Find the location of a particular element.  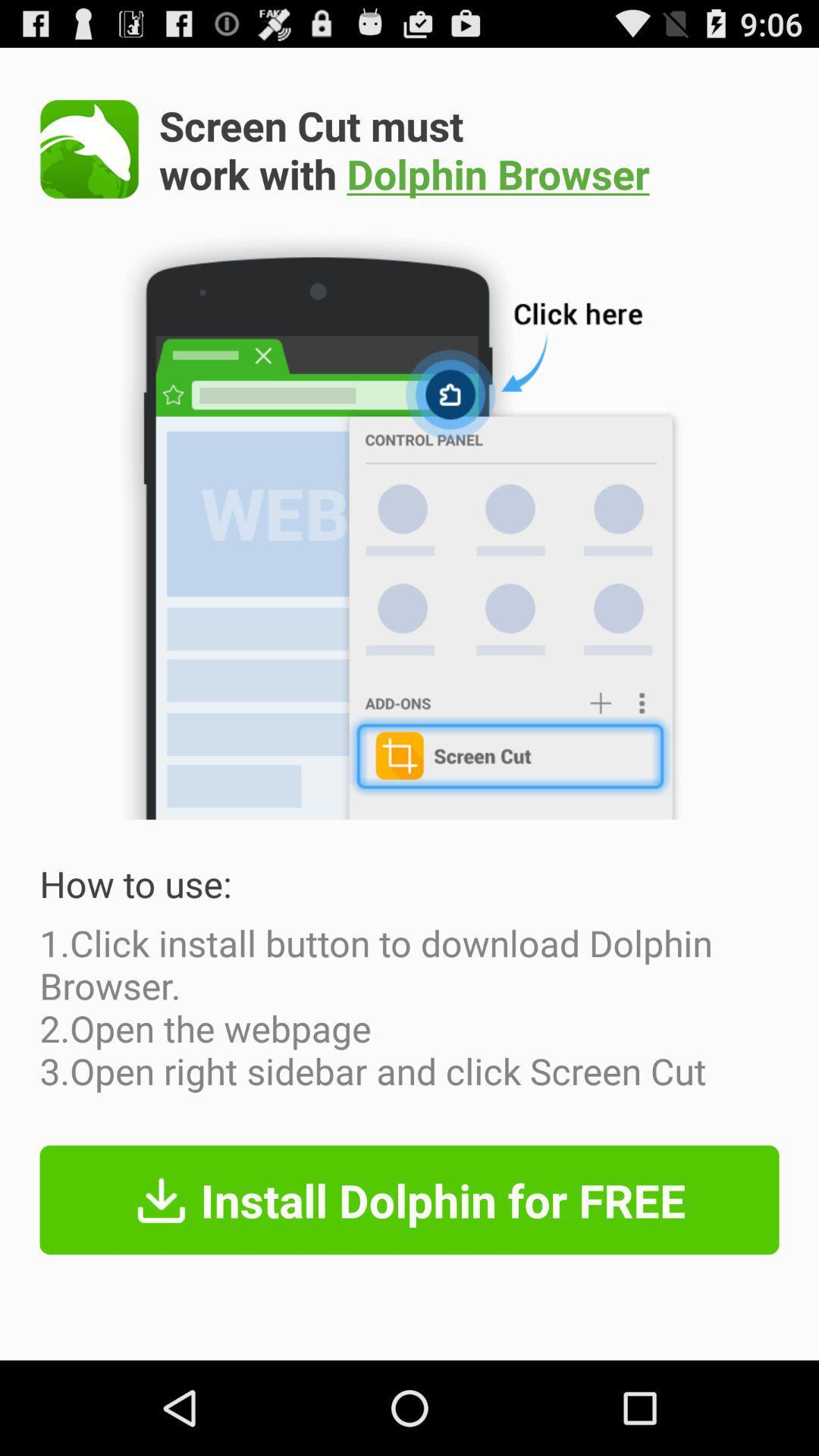

the icon at the top left corner is located at coordinates (89, 149).